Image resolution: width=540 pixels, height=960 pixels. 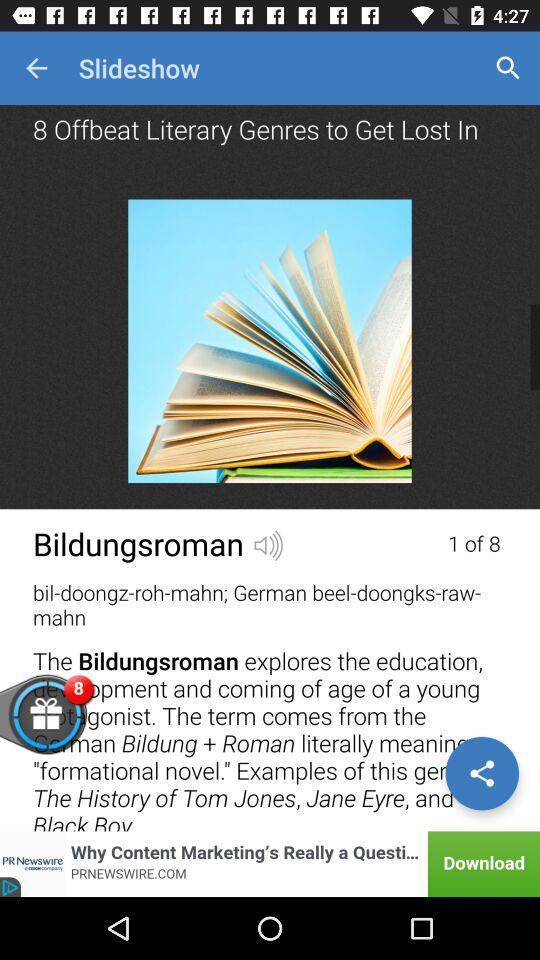 What do you see at coordinates (481, 772) in the screenshot?
I see `the share icon` at bounding box center [481, 772].